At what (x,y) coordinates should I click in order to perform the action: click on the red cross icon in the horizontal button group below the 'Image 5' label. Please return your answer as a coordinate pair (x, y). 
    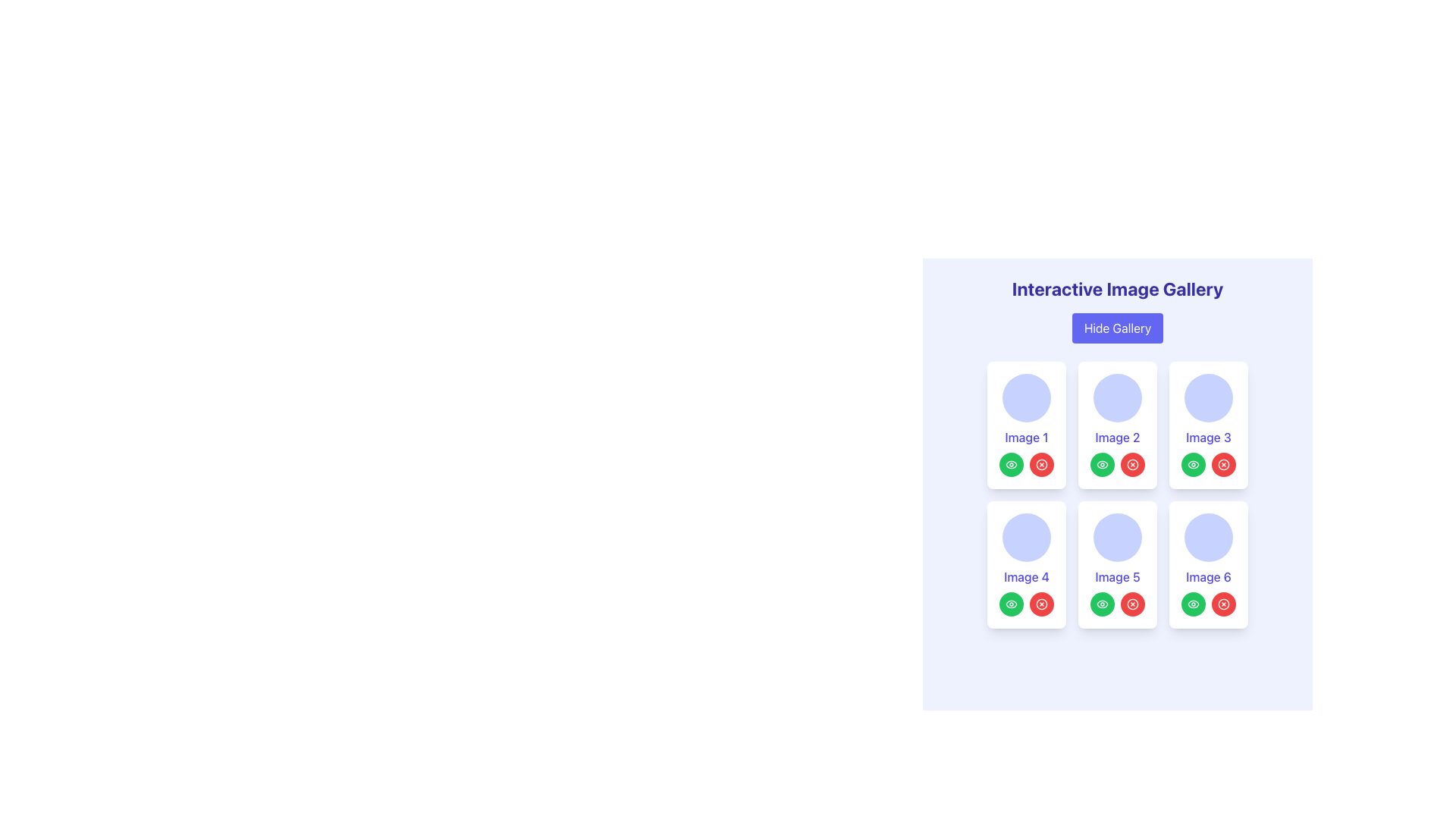
    Looking at the image, I should click on (1117, 604).